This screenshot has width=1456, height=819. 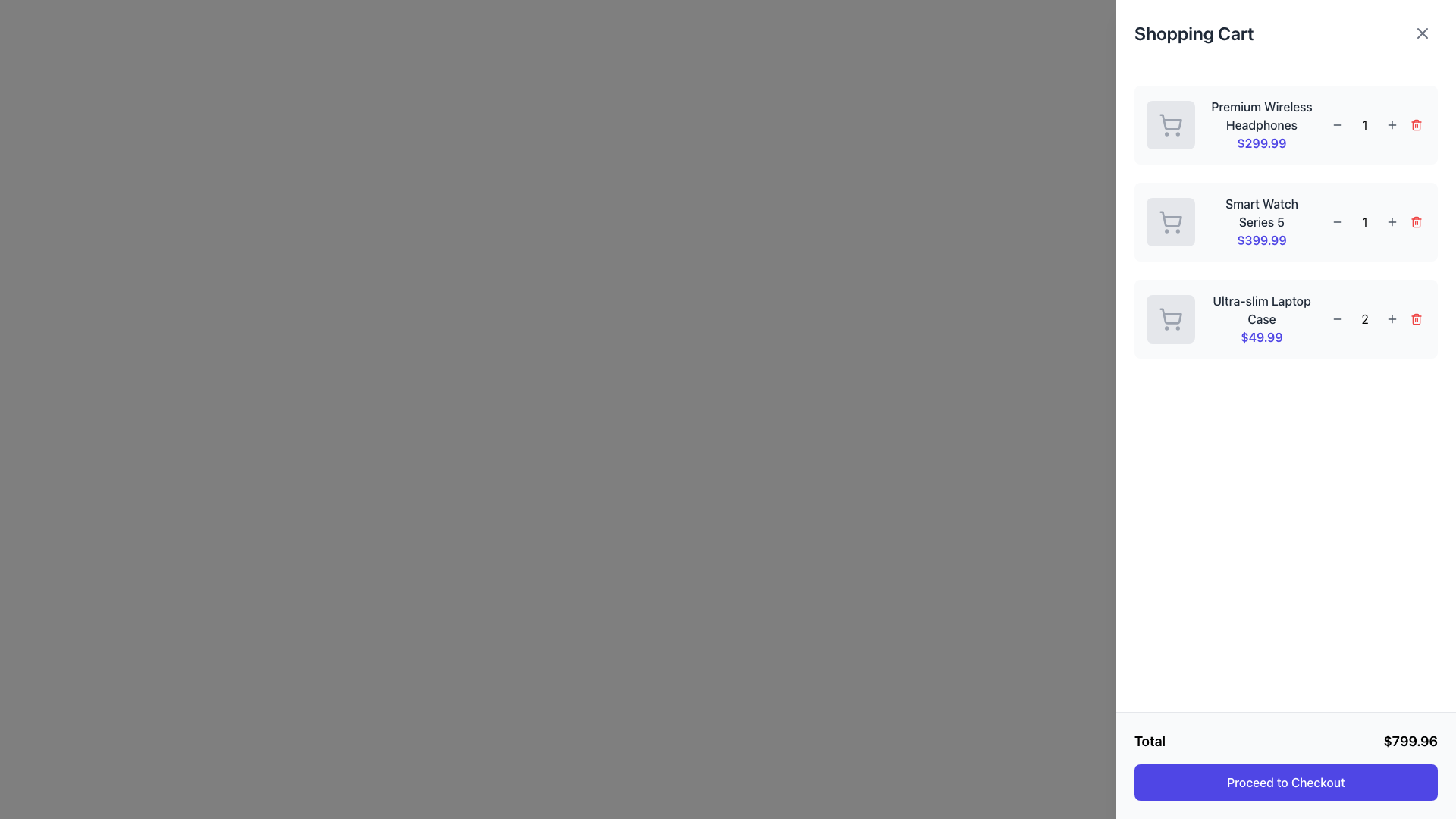 I want to click on the plus sign button in the shopping cart interface next to the 'Ultra-slim Laptop Case' item, so click(x=1392, y=124).